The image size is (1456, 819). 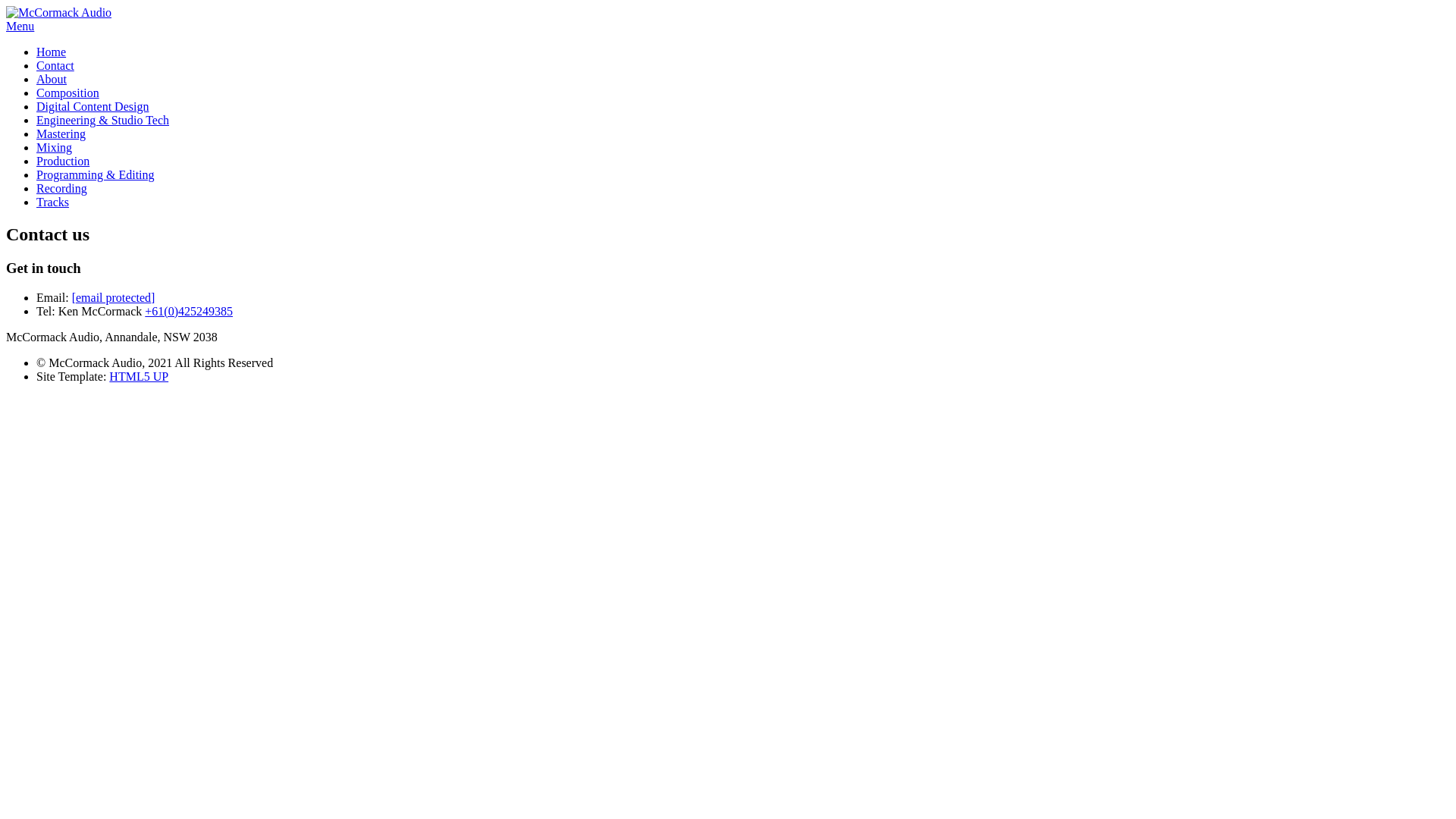 I want to click on 'Programming & Editing', so click(x=94, y=174).